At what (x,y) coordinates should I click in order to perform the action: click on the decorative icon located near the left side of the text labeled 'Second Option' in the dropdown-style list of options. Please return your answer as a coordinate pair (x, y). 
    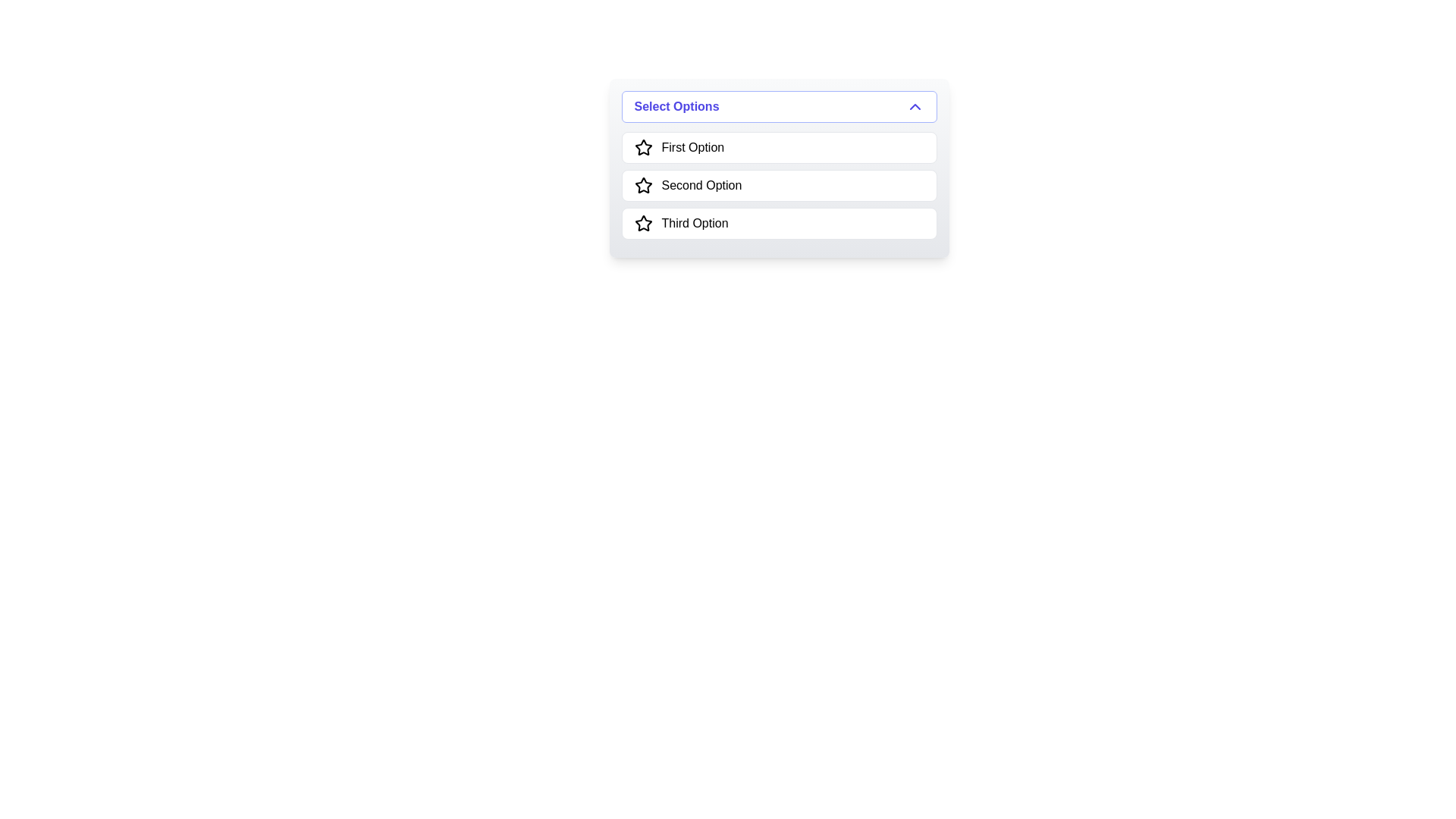
    Looking at the image, I should click on (643, 185).